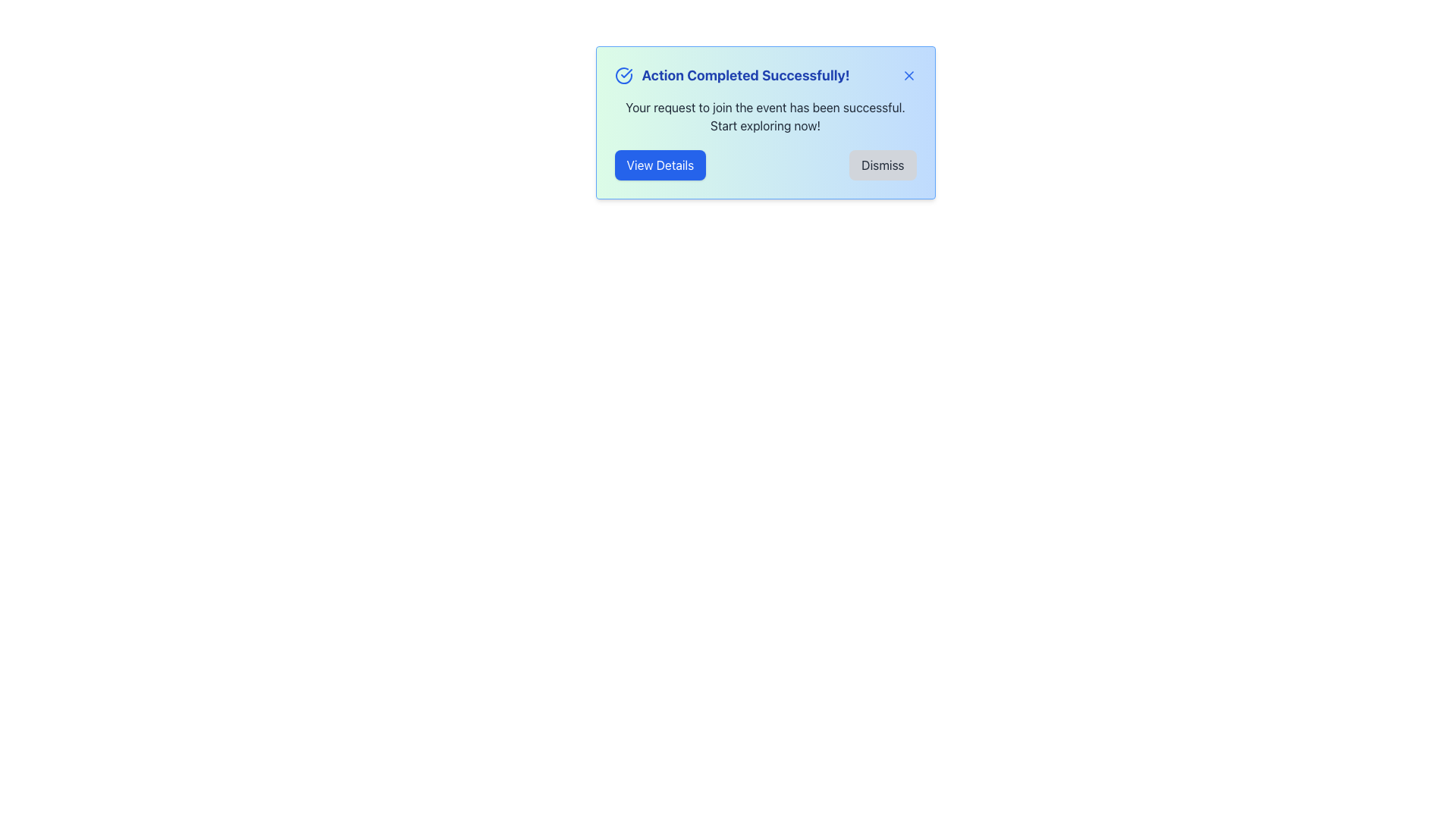 This screenshot has width=1456, height=819. Describe the element at coordinates (732, 76) in the screenshot. I see `text from the Notification header that confirms an action was completed successfully, which is located near the top of the page` at that location.